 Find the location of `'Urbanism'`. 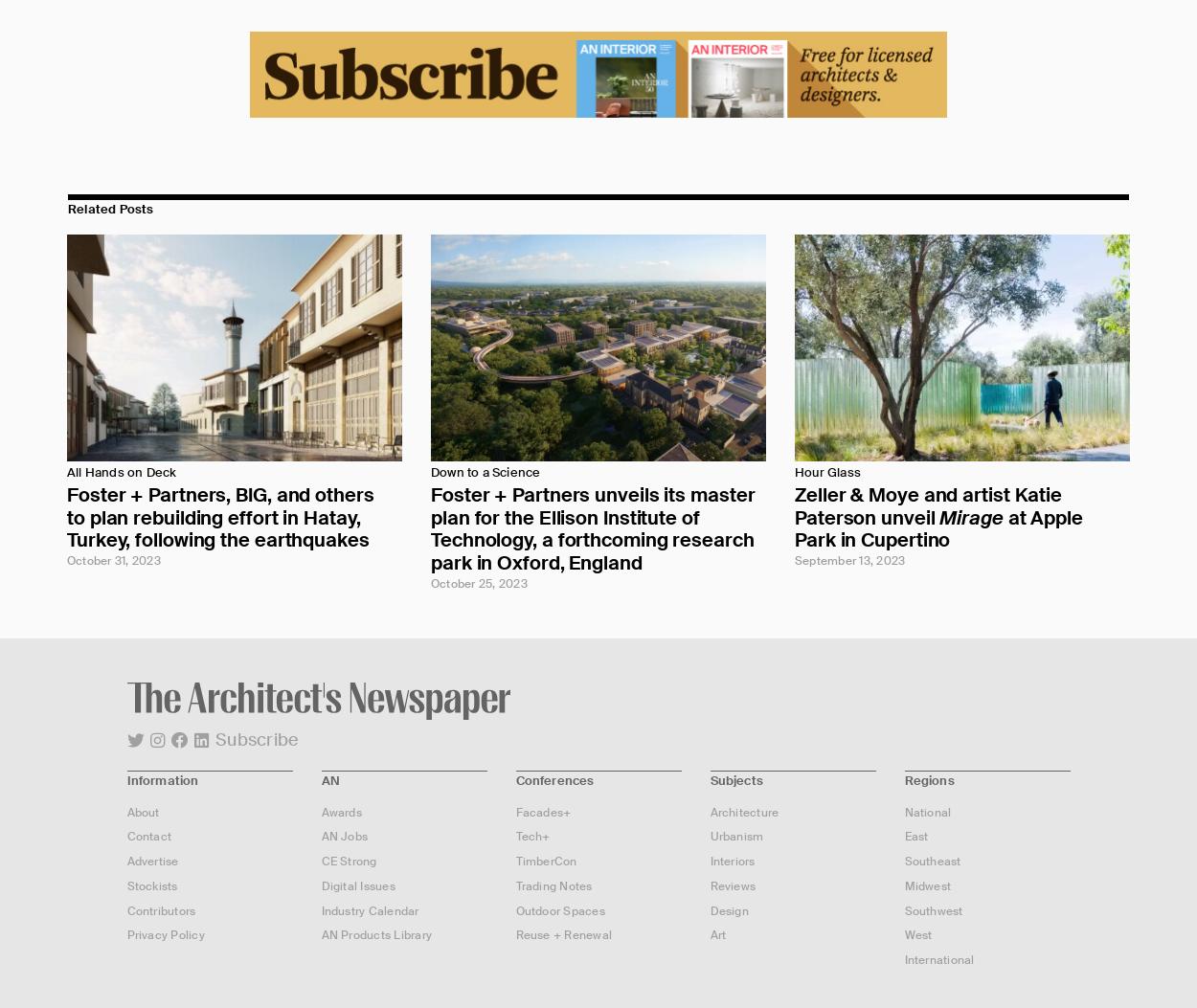

'Urbanism' is located at coordinates (736, 836).